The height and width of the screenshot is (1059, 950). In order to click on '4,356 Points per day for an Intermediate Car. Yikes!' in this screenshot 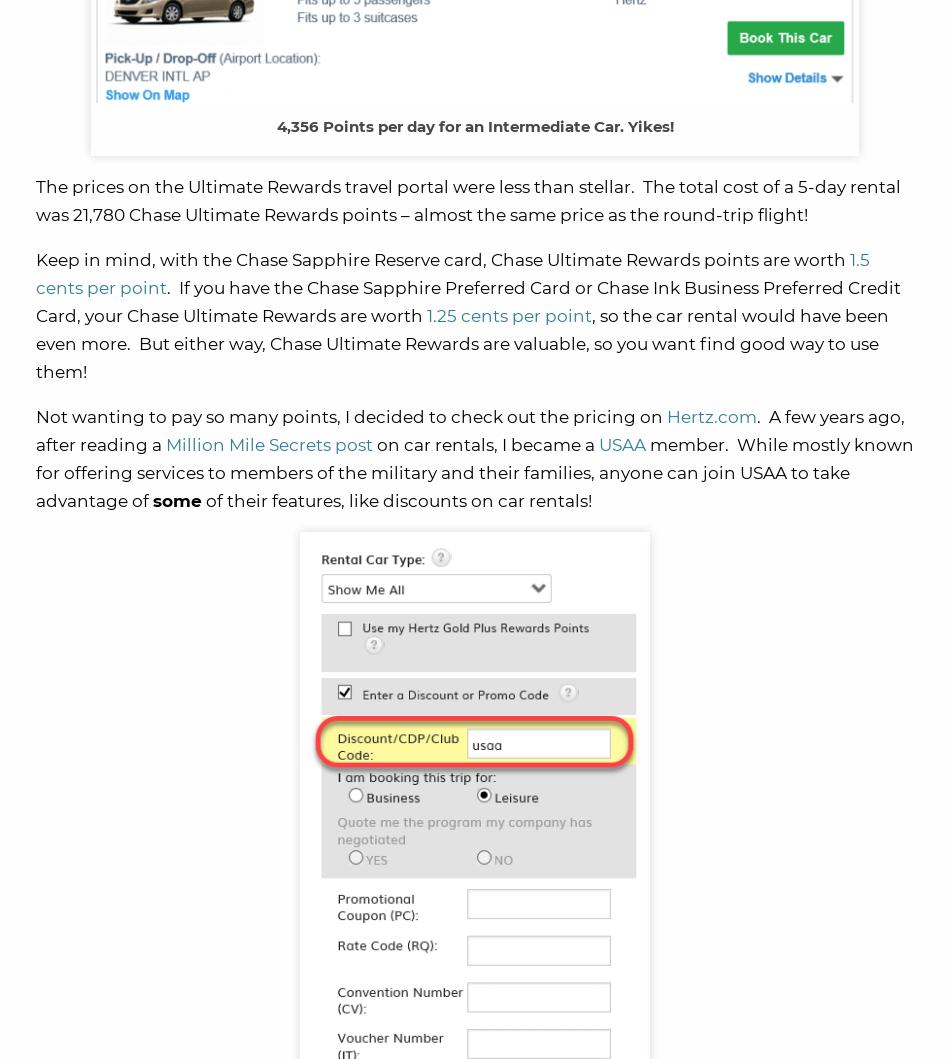, I will do `click(274, 125)`.